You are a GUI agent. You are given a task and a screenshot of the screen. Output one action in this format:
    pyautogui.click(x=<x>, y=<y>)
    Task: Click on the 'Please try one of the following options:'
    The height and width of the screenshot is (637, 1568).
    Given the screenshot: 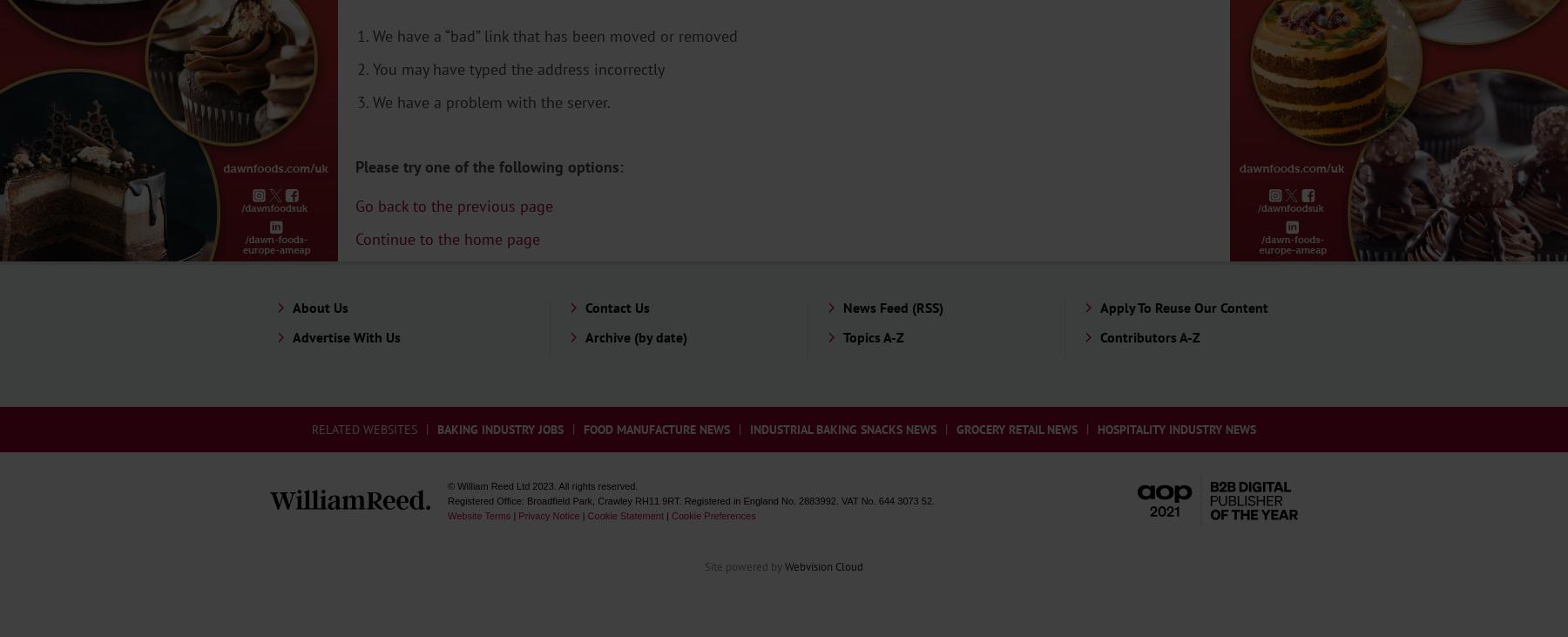 What is the action you would take?
    pyautogui.click(x=488, y=166)
    